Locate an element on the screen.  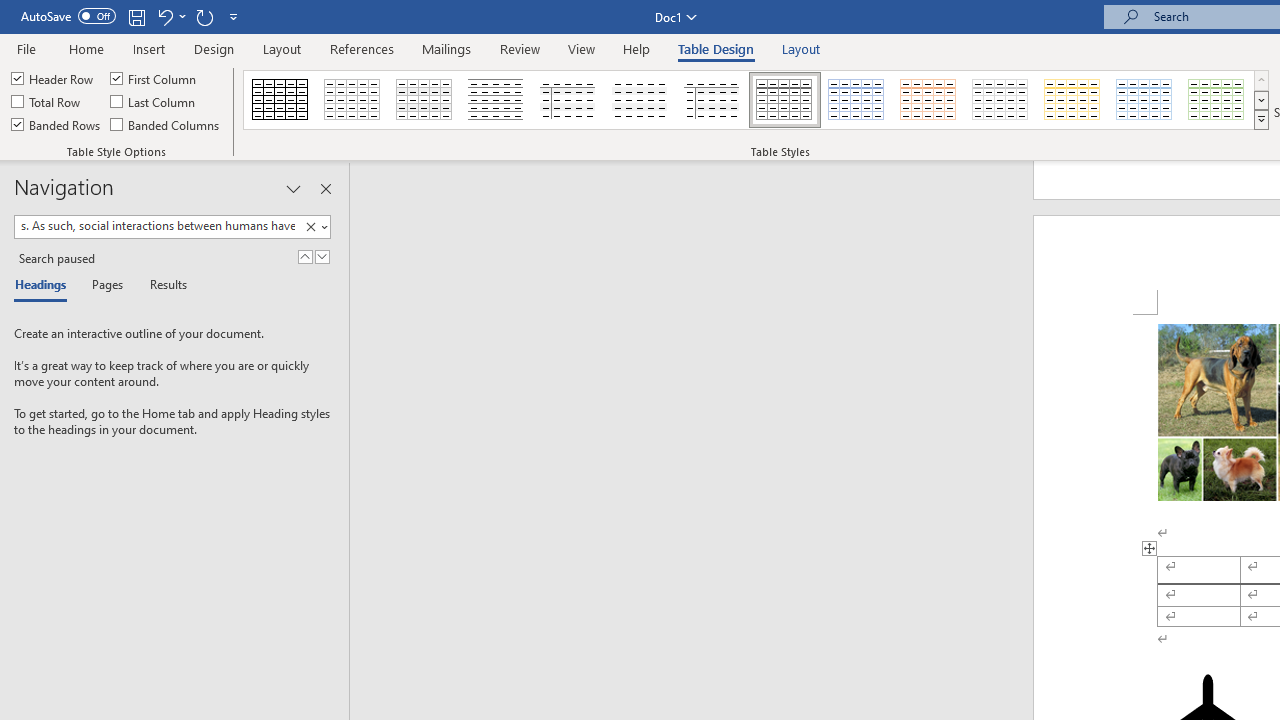
'Grid Table 1 Light - Accent 3' is located at coordinates (1000, 100).